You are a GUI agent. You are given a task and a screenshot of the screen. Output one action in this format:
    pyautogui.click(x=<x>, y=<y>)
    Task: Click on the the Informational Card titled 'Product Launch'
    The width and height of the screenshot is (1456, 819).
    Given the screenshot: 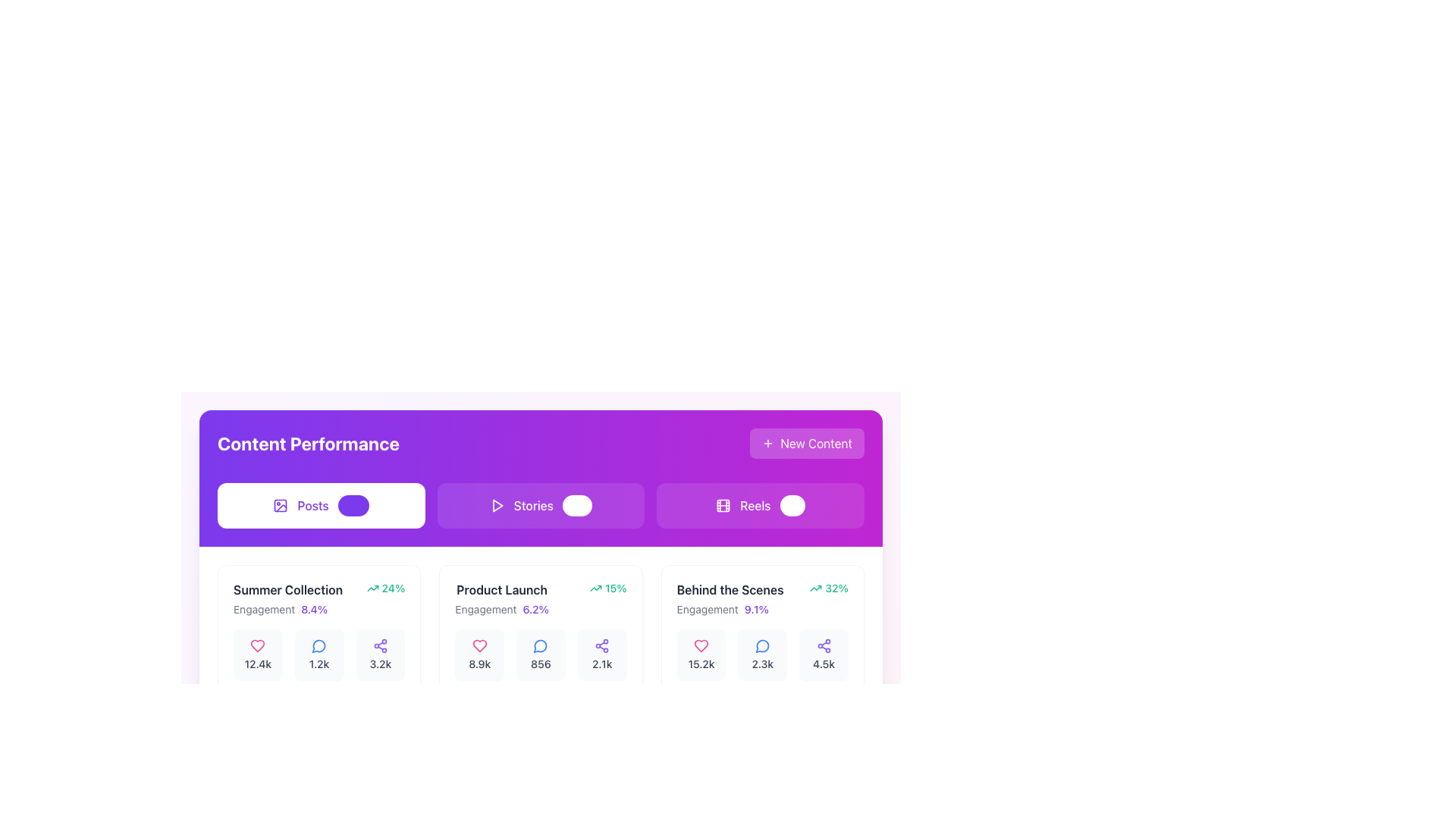 What is the action you would take?
    pyautogui.click(x=541, y=568)
    